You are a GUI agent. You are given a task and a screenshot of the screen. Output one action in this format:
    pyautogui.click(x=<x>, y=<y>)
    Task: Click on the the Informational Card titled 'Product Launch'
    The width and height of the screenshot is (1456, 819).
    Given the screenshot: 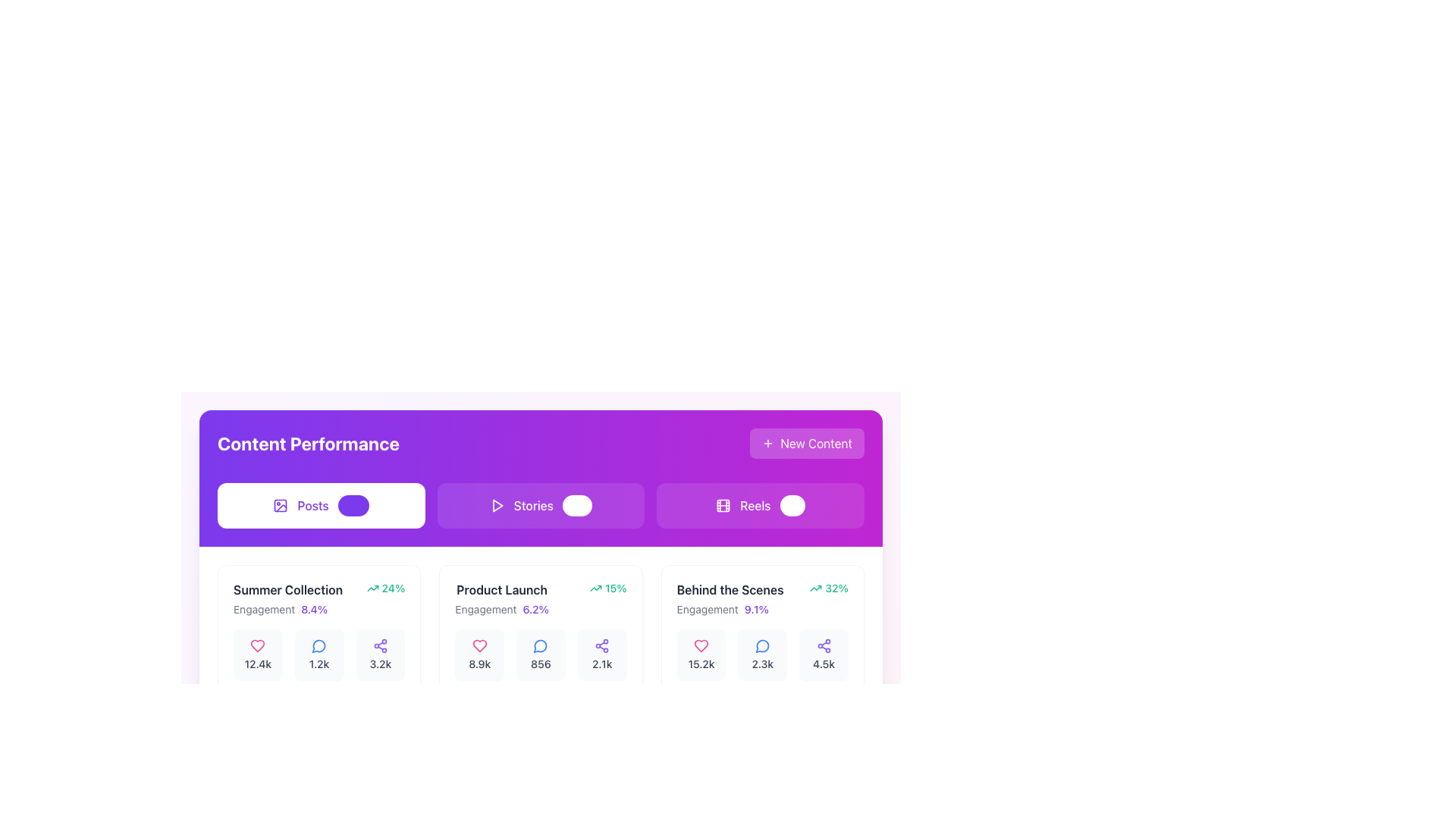 What is the action you would take?
    pyautogui.click(x=541, y=568)
    